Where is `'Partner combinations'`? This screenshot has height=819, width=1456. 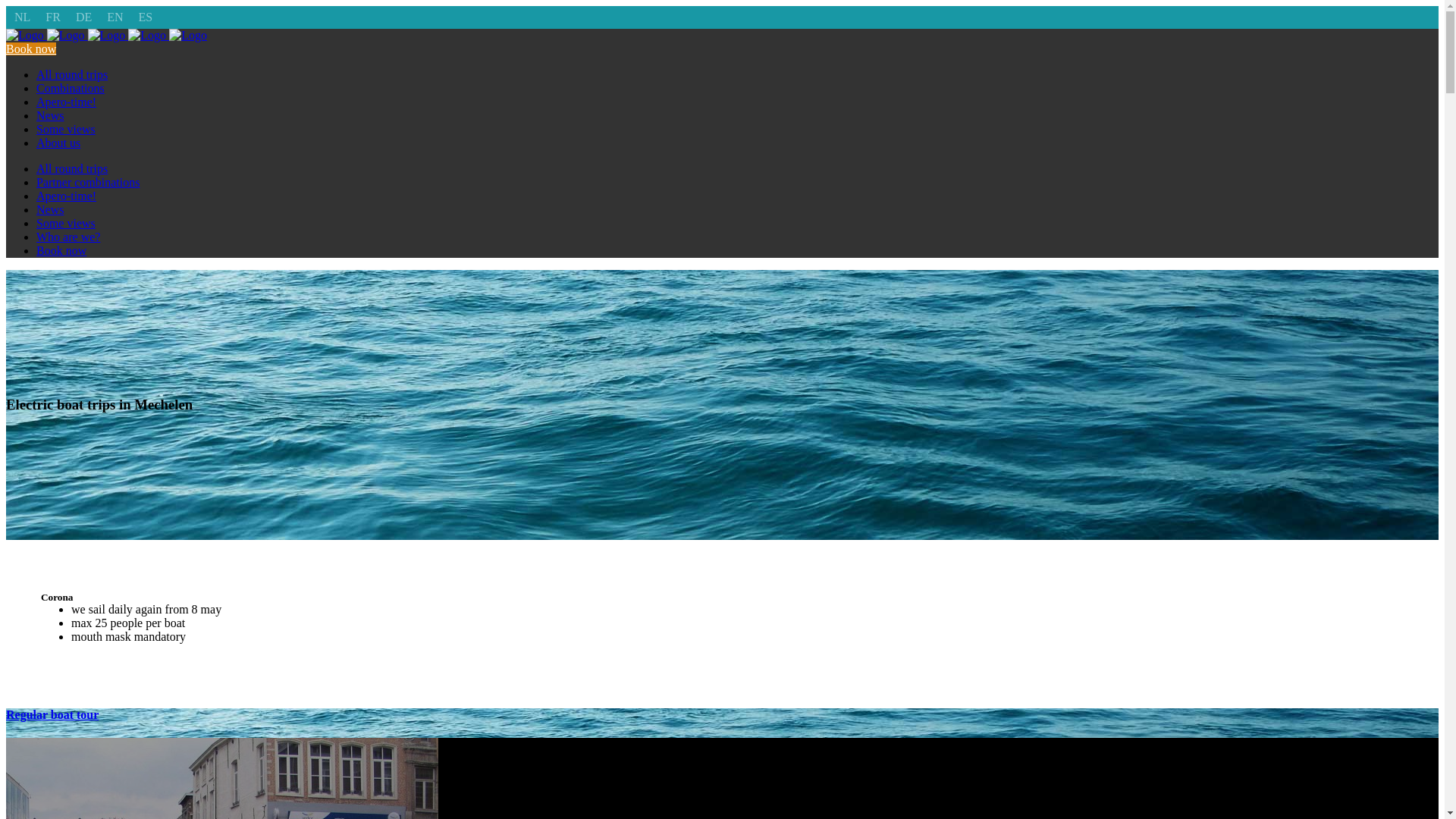
'Partner combinations' is located at coordinates (86, 181).